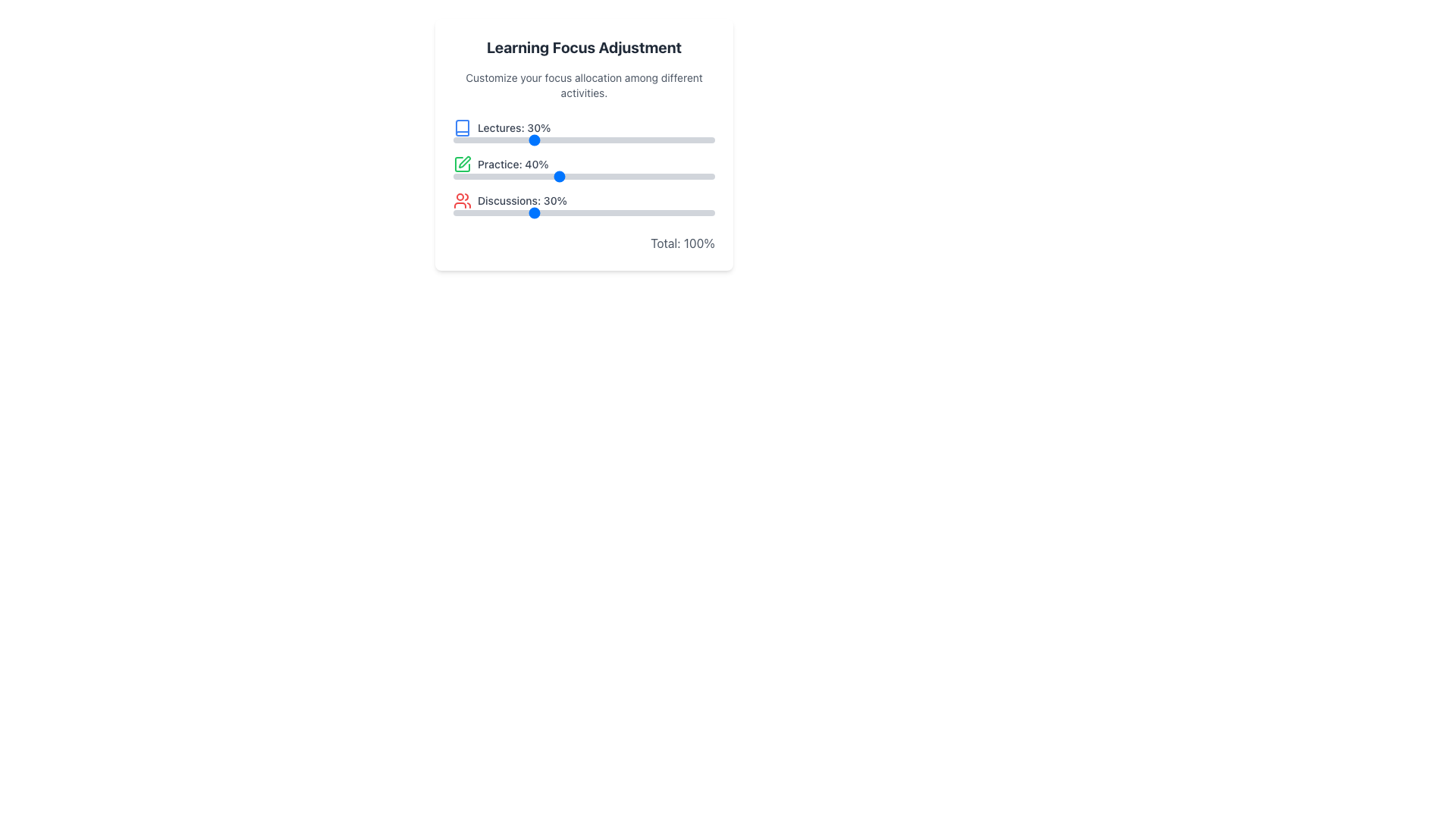 The image size is (1456, 819). I want to click on the 'Lectures' category composite UI element, which includes a label, icon, and progress bar, so click(583, 130).